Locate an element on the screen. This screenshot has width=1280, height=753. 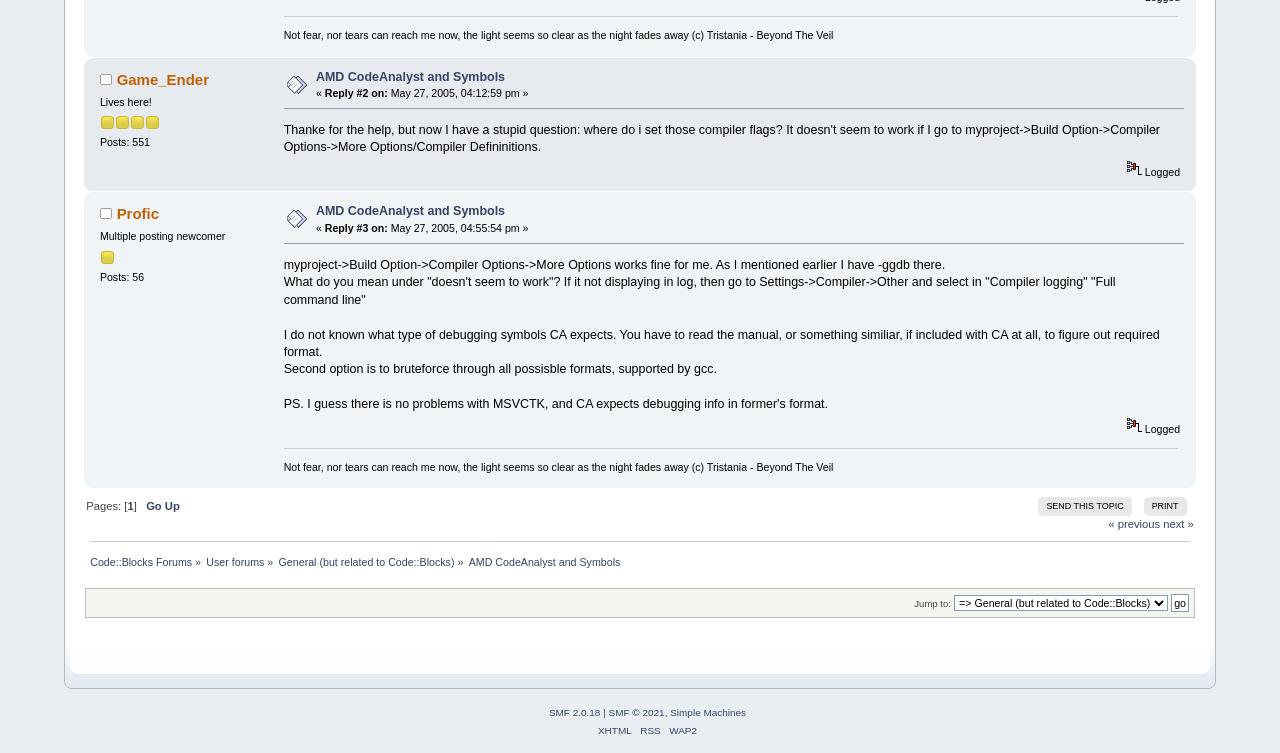
'next »' is located at coordinates (1177, 523).